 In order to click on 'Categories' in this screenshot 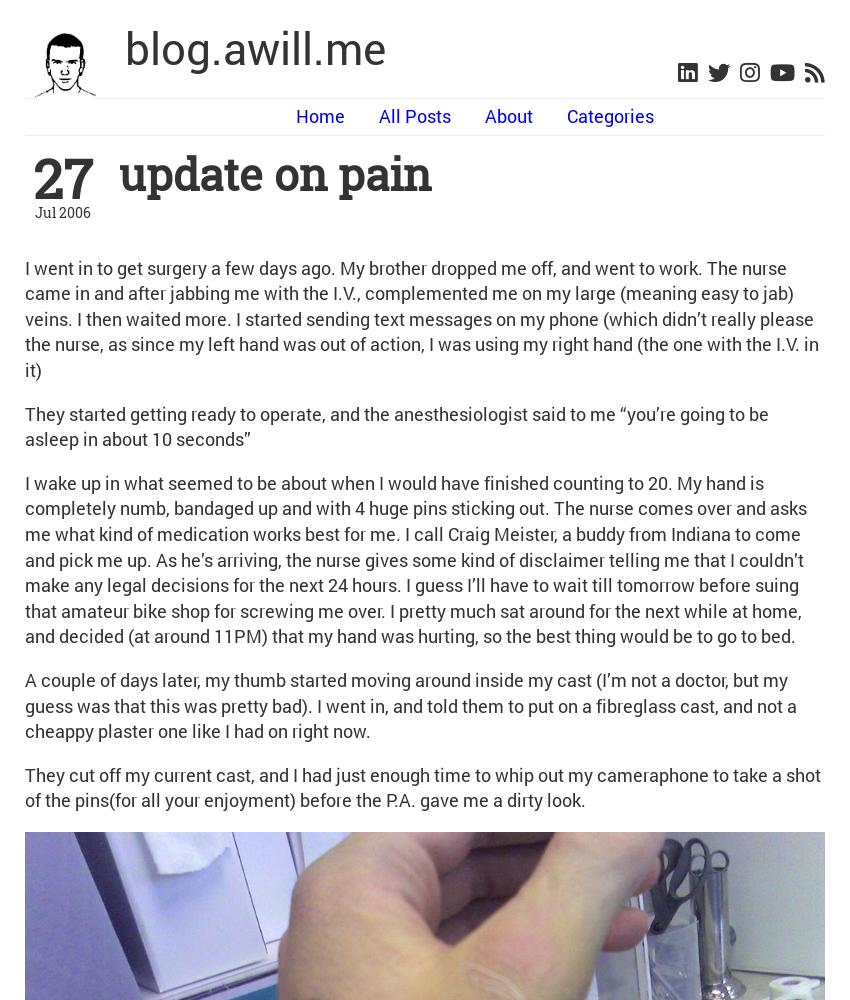, I will do `click(609, 115)`.